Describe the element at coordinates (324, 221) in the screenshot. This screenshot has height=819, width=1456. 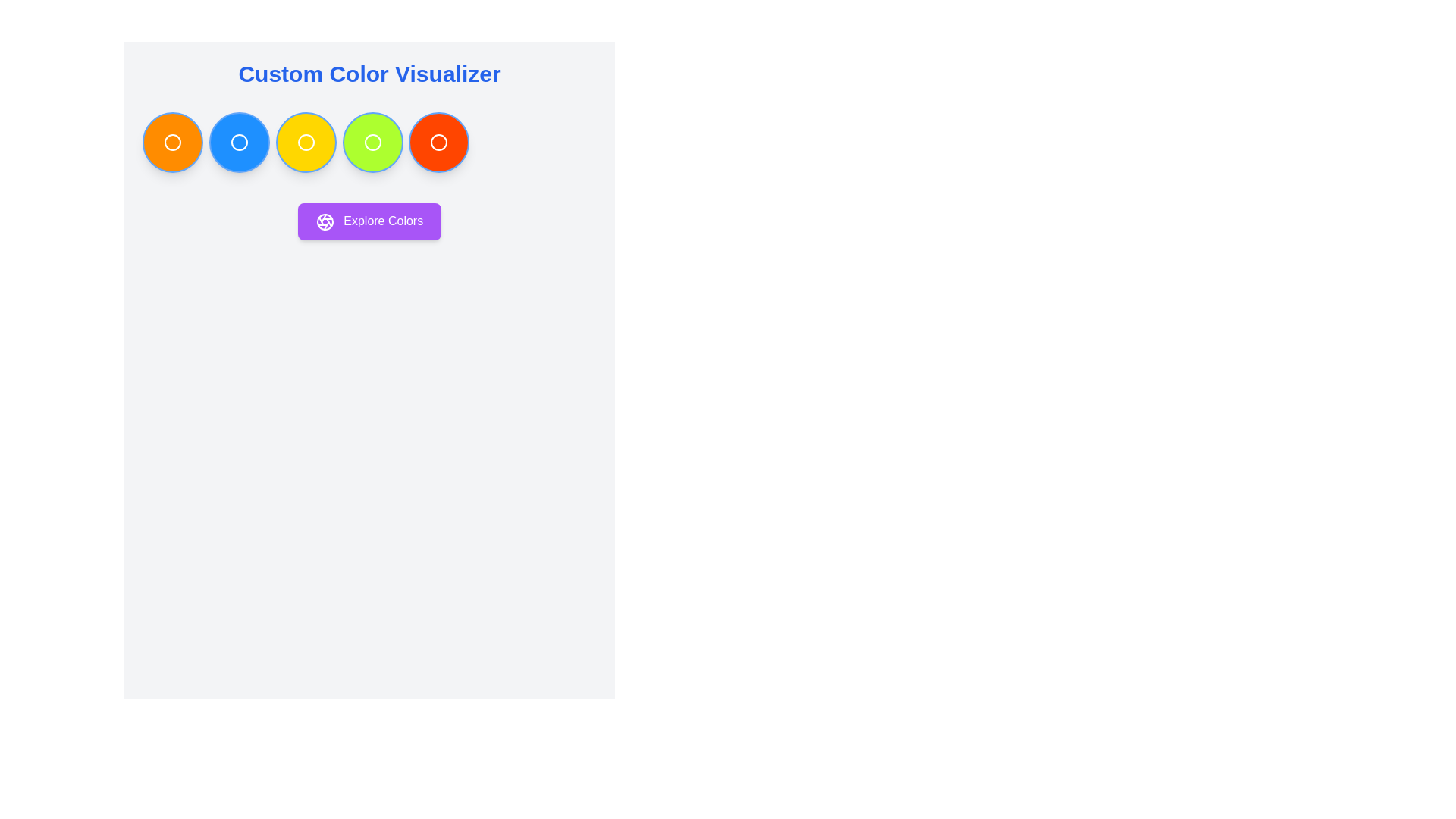
I see `the small circular icon with an aperture-like design located to the left of the text 'Explore Colors' within the purple button` at that location.